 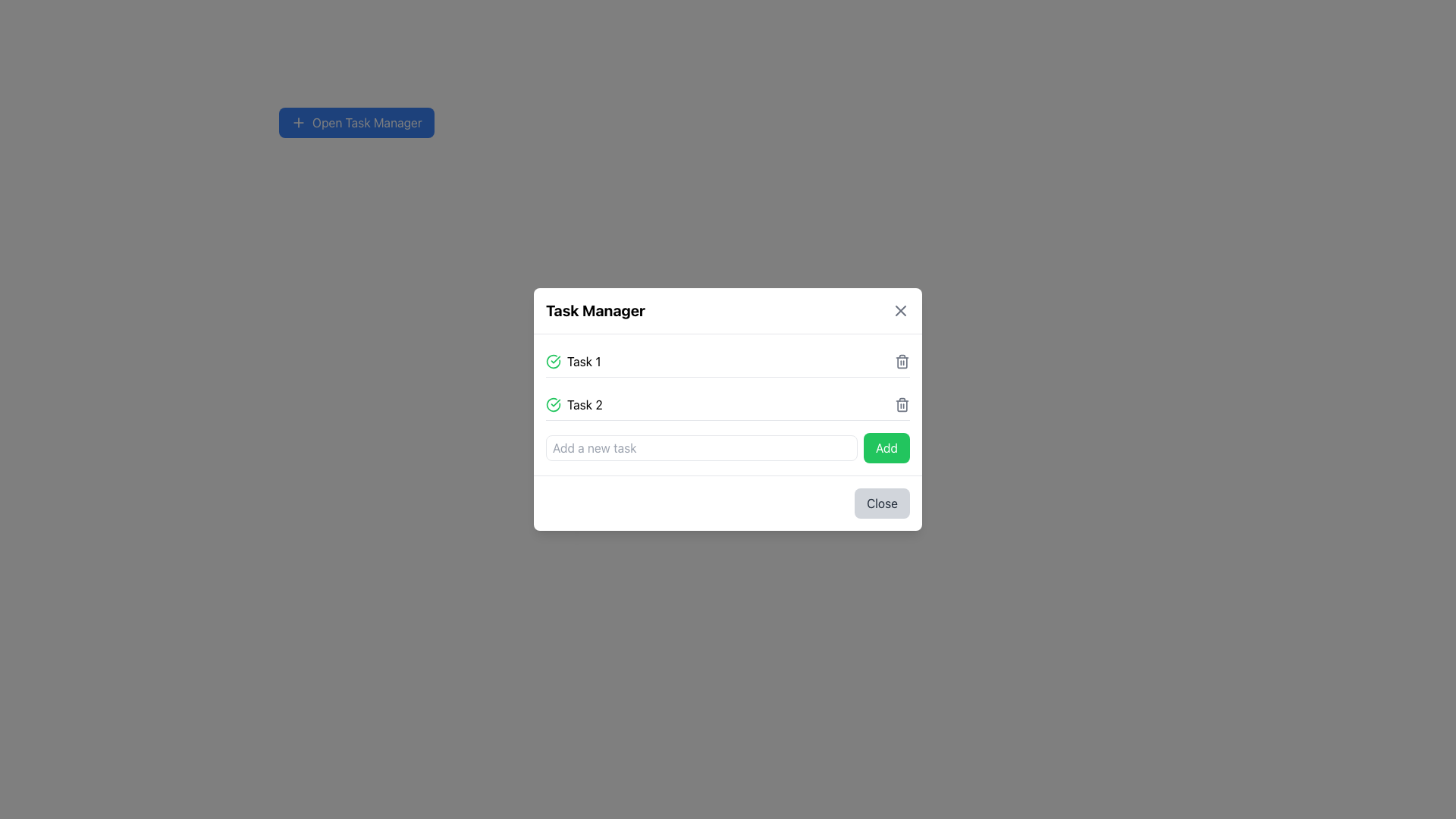 What do you see at coordinates (728, 403) in the screenshot?
I see `the task description for the task labeled 'Task 2' in the task management list` at bounding box center [728, 403].